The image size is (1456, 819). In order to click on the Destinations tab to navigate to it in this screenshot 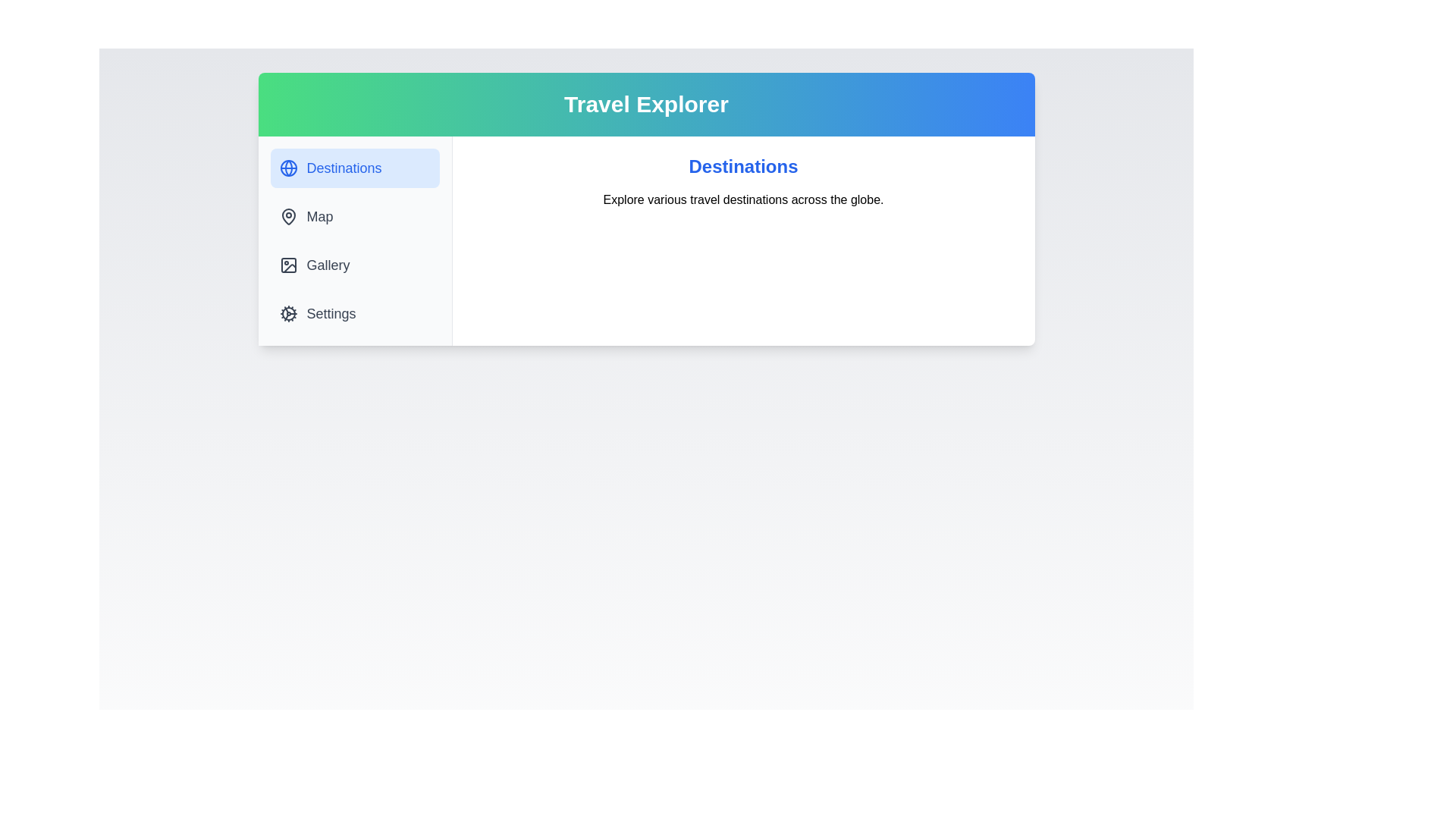, I will do `click(353, 168)`.